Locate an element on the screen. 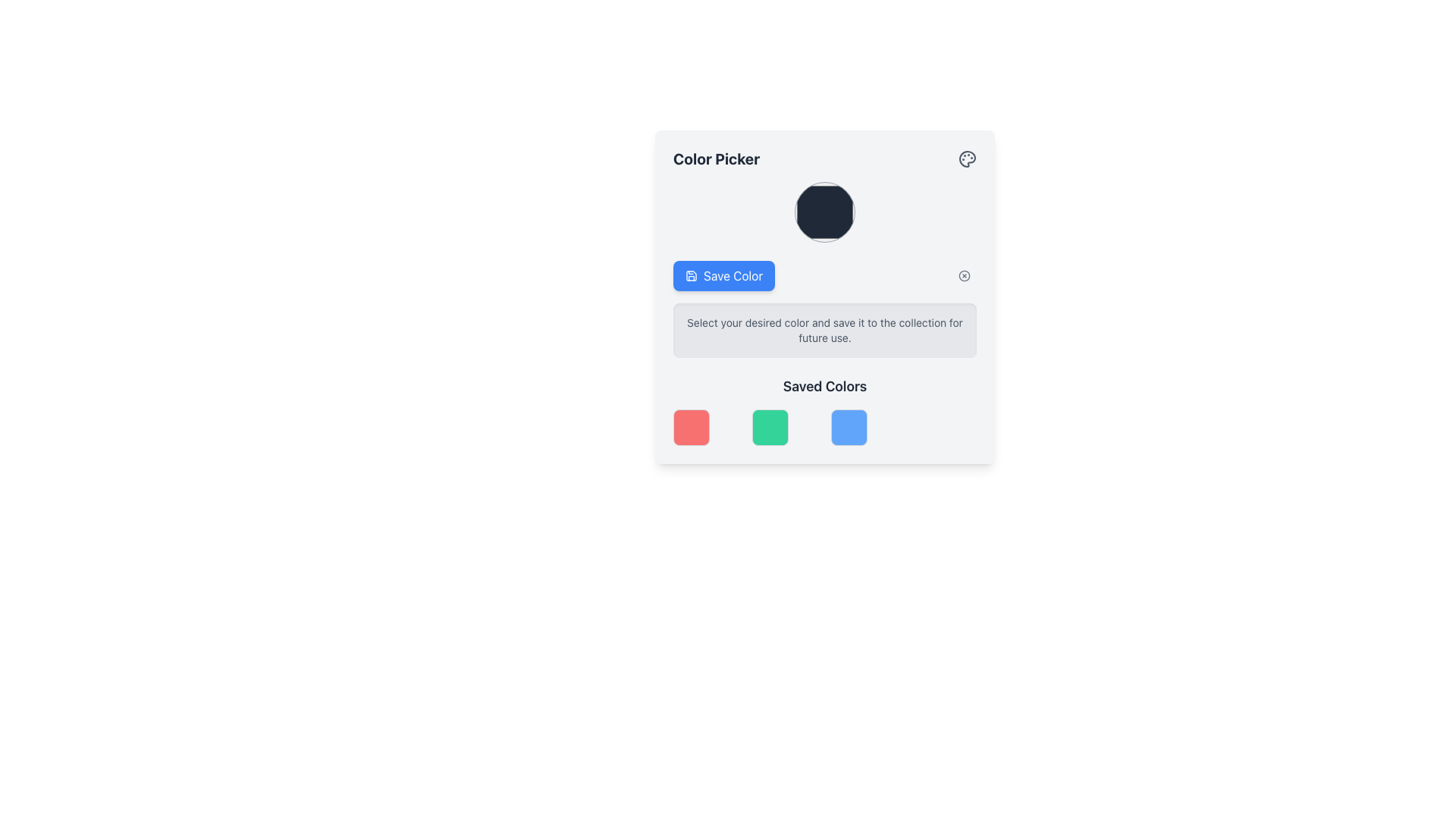 The height and width of the screenshot is (819, 1456). the second color option in the color picker interface is located at coordinates (770, 427).